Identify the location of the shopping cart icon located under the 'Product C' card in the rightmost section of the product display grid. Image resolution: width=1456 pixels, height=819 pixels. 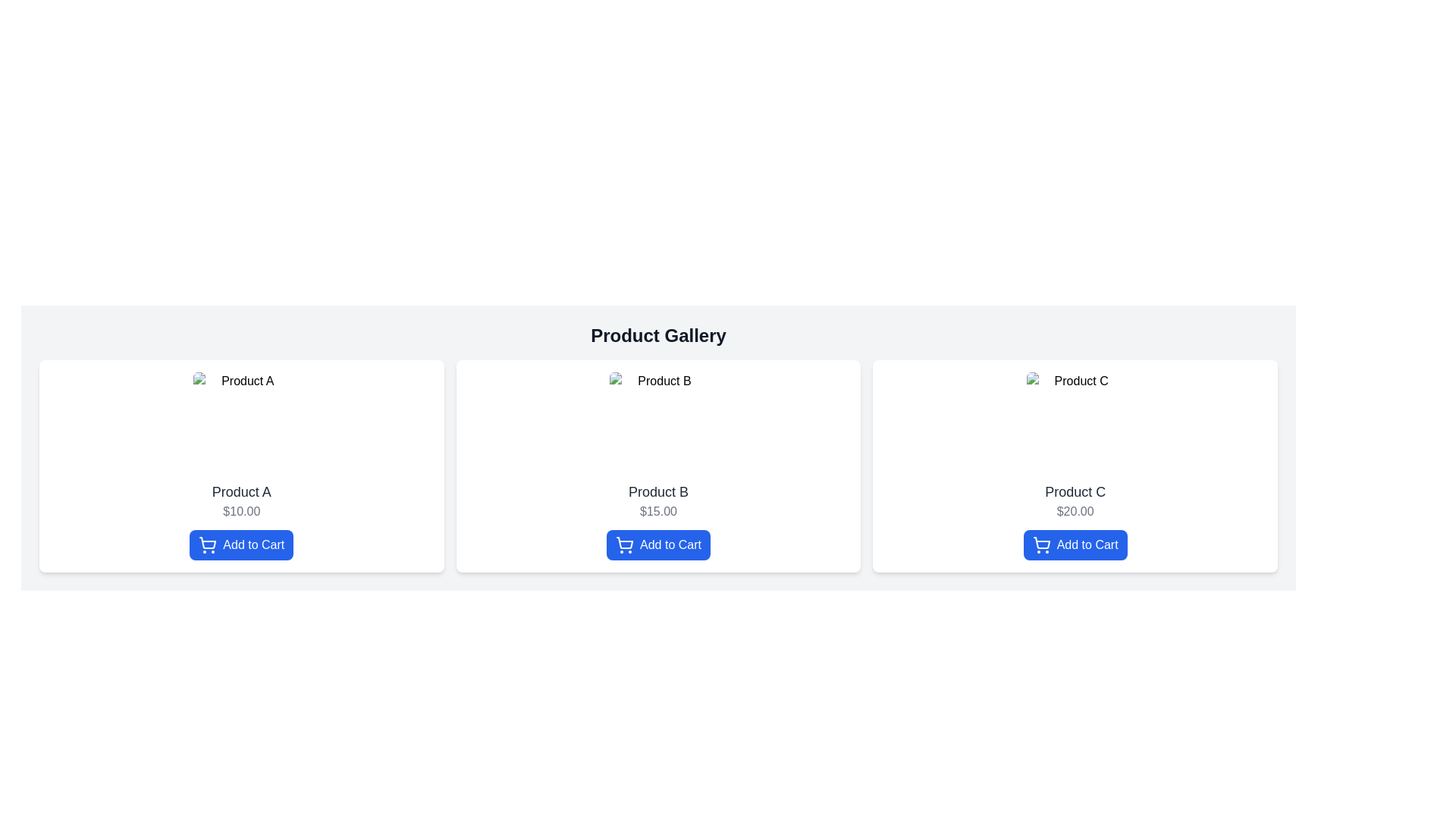
(1040, 544).